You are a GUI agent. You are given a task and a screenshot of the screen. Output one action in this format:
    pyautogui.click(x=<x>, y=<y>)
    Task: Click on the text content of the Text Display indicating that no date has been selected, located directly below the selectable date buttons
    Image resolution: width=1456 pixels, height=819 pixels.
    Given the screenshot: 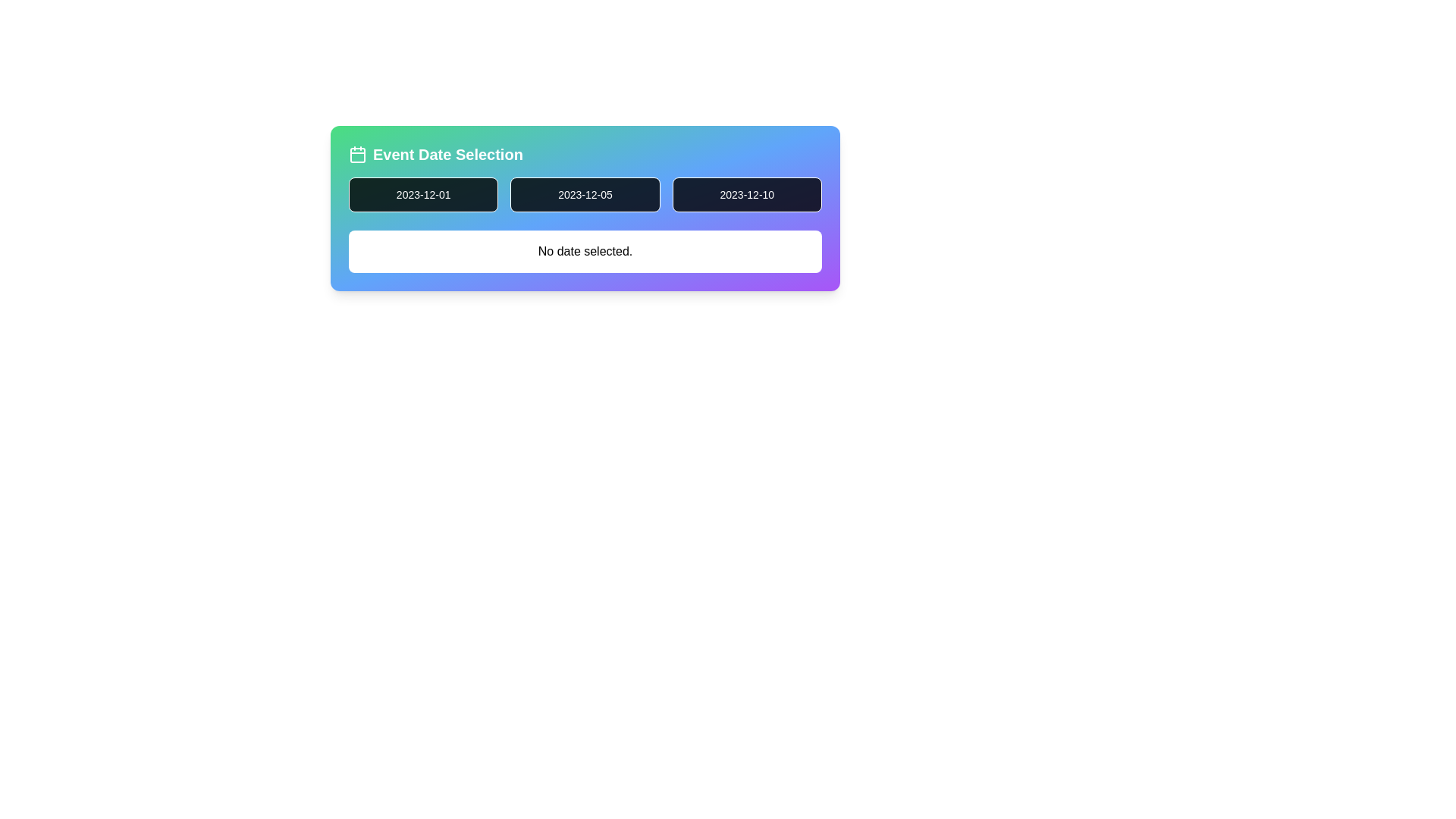 What is the action you would take?
    pyautogui.click(x=585, y=250)
    